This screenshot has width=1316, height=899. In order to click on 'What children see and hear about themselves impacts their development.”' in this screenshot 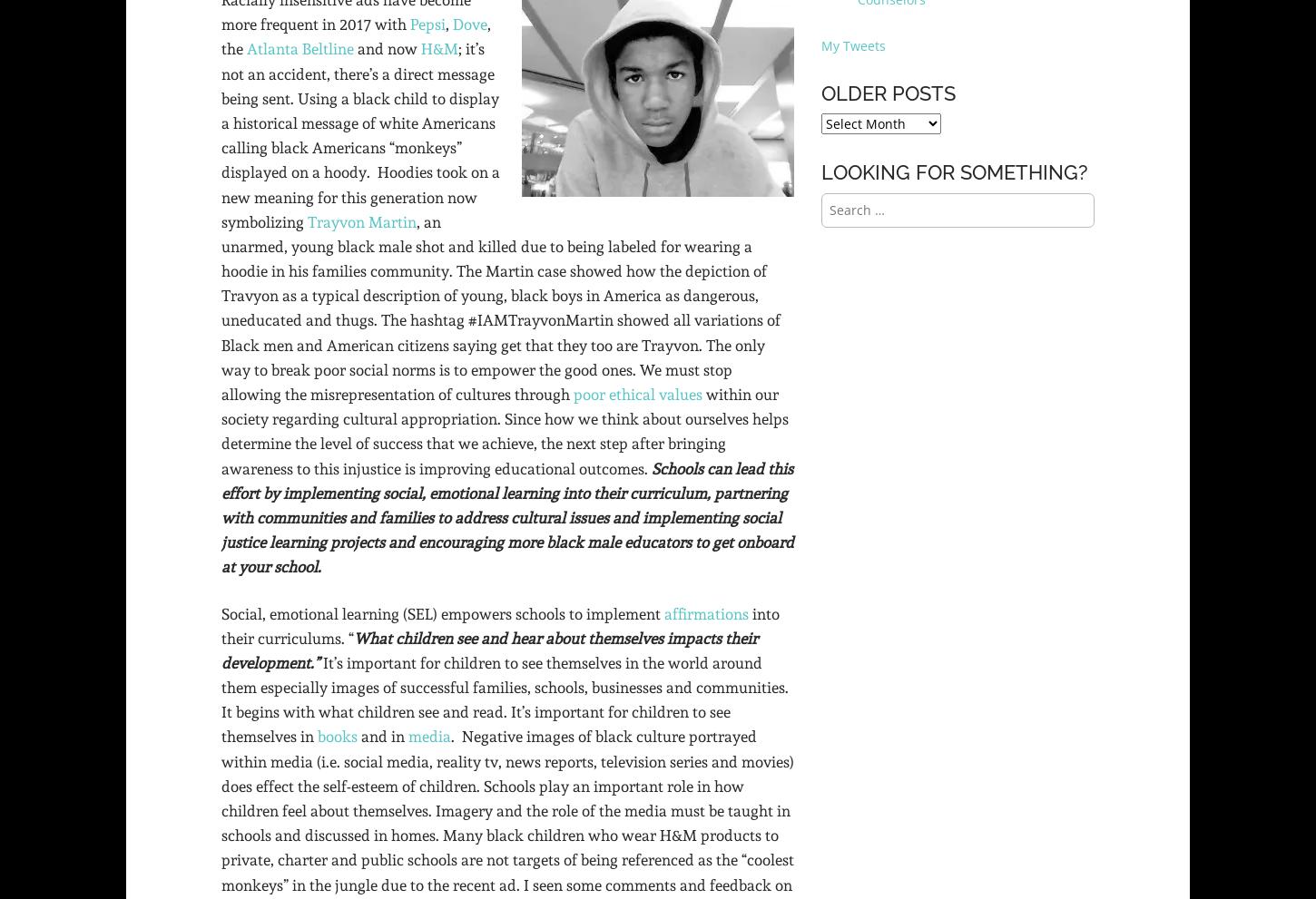, I will do `click(489, 650)`.